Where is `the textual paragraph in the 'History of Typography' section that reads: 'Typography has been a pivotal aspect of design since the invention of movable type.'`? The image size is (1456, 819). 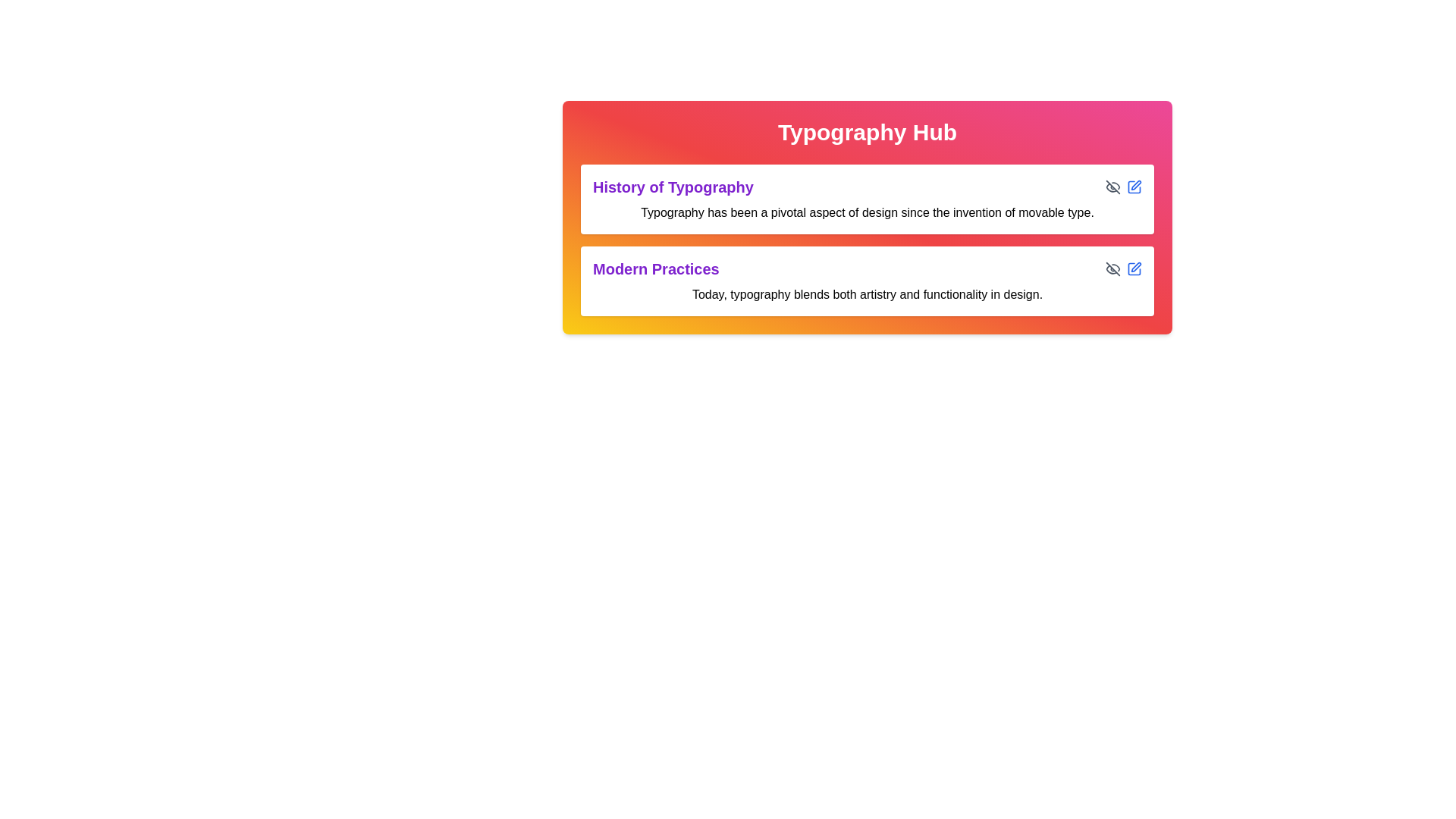
the textual paragraph in the 'History of Typography' section that reads: 'Typography has been a pivotal aspect of design since the invention of movable type.' is located at coordinates (867, 213).